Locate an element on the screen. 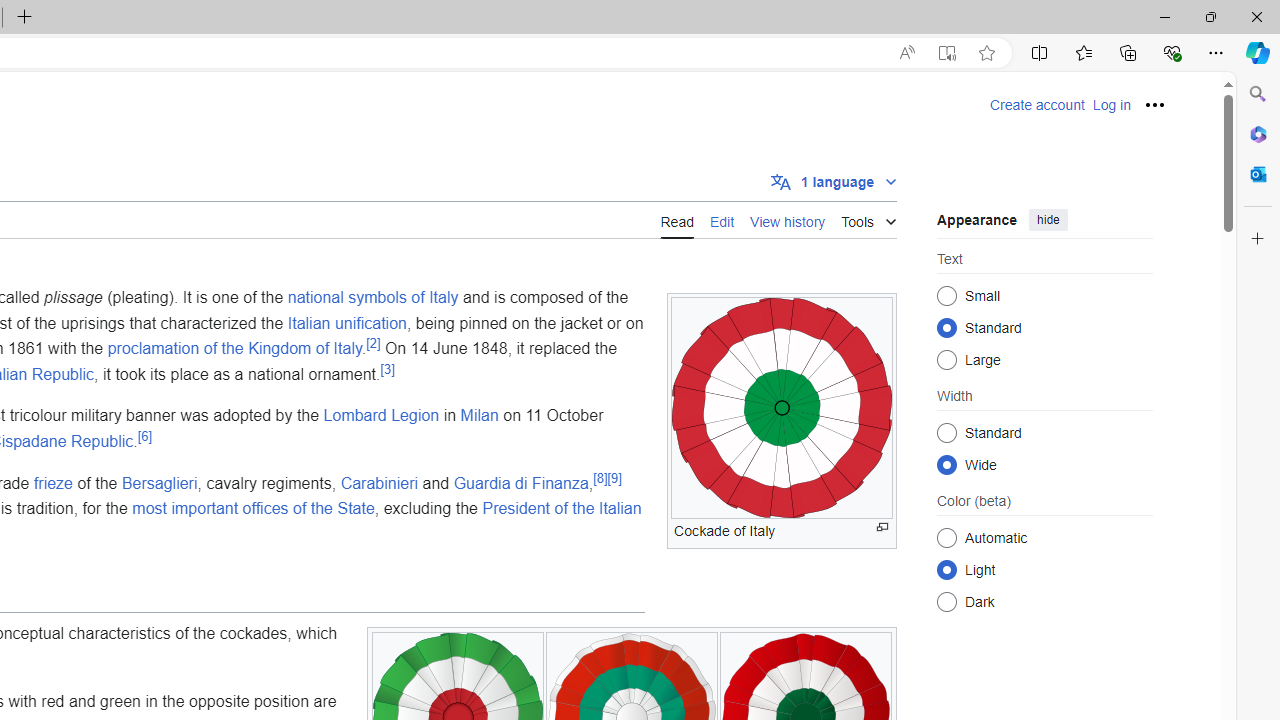 Image resolution: width=1280 pixels, height=720 pixels. '[6]' is located at coordinates (144, 434).